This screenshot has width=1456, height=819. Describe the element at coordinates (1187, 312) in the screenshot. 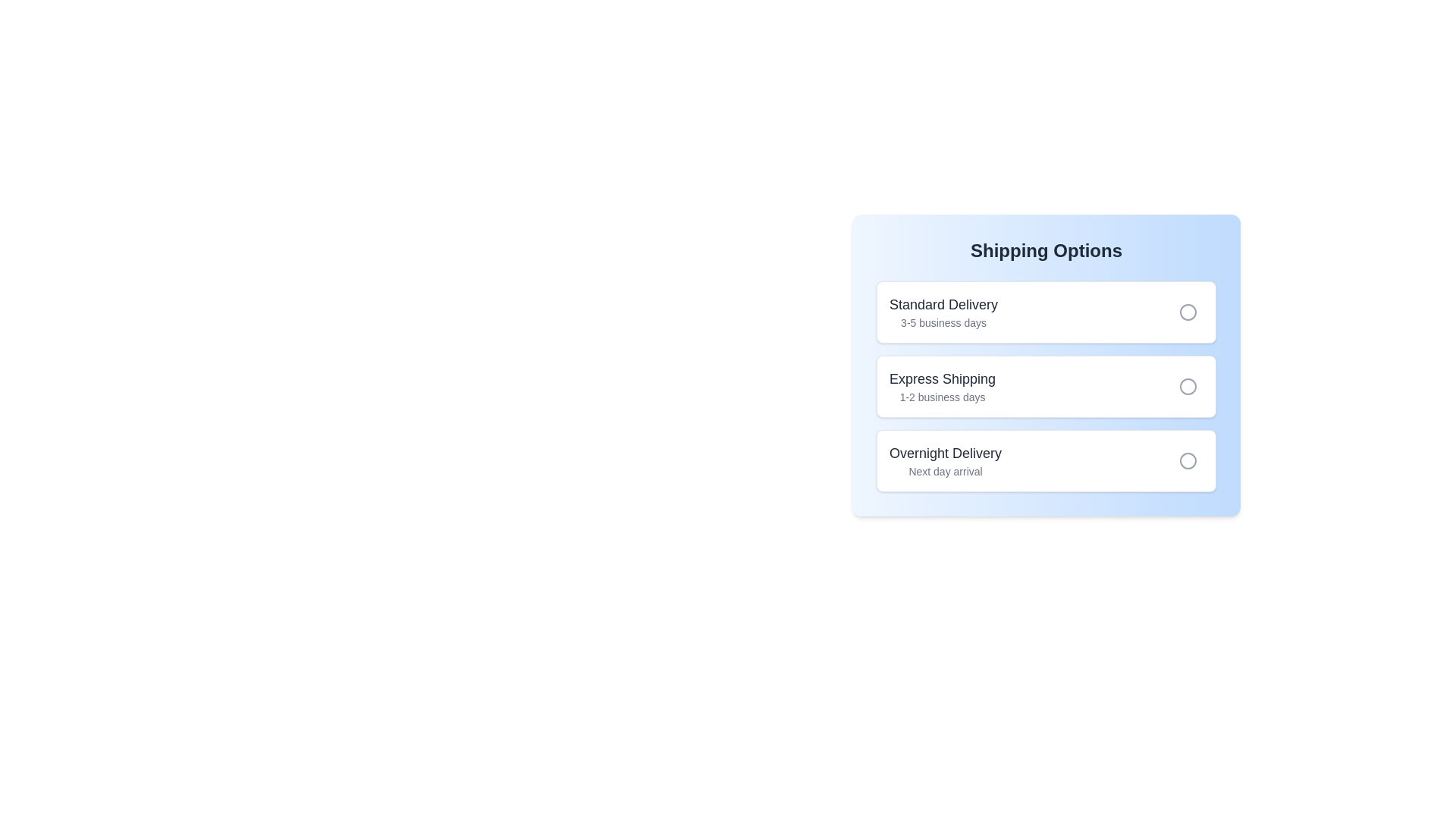

I see `the circular selection indicator for 'Standard Delivery' in the 'Shipping Options' card` at that location.